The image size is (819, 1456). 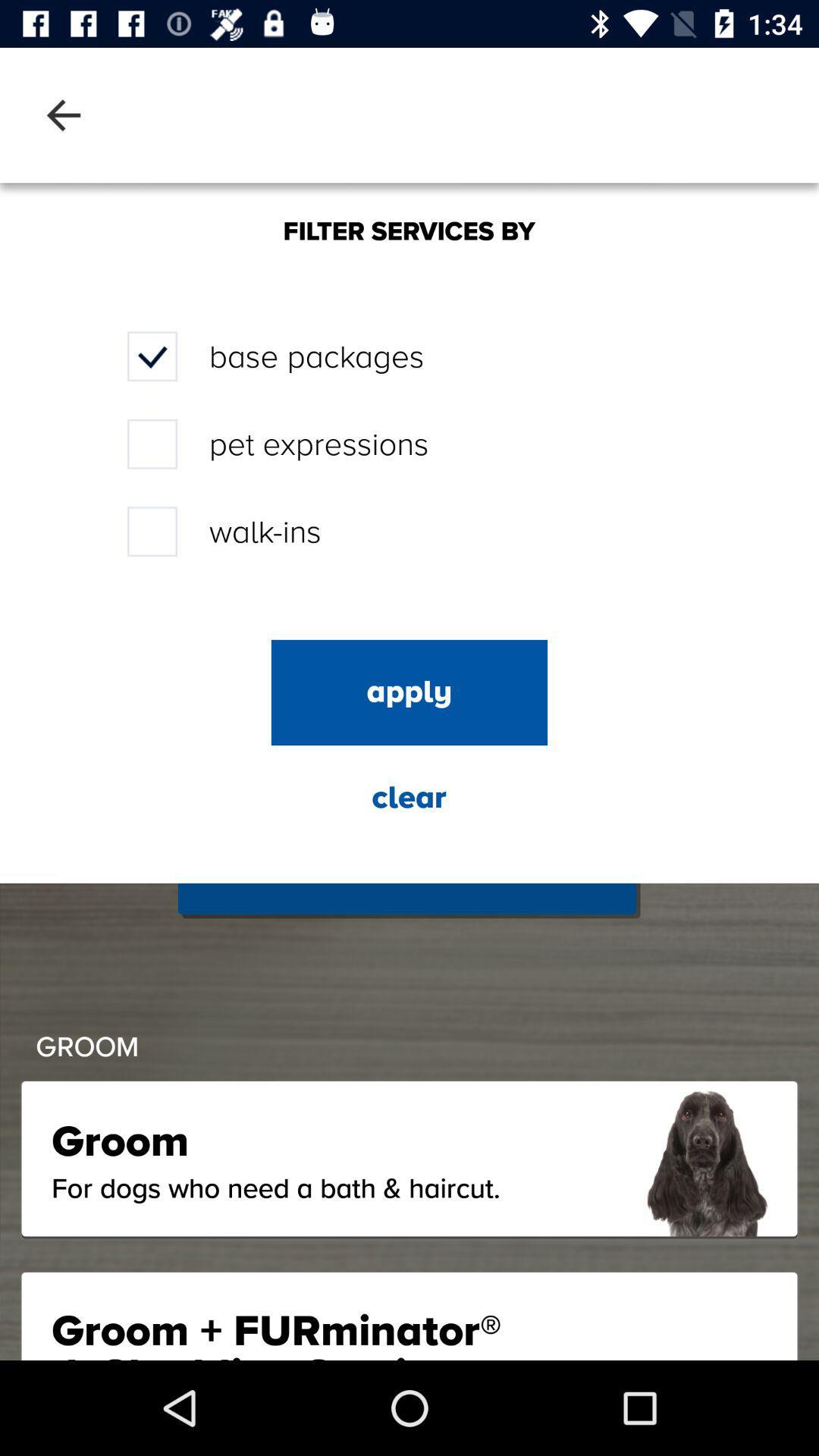 I want to click on the icon above the clear icon, so click(x=409, y=692).